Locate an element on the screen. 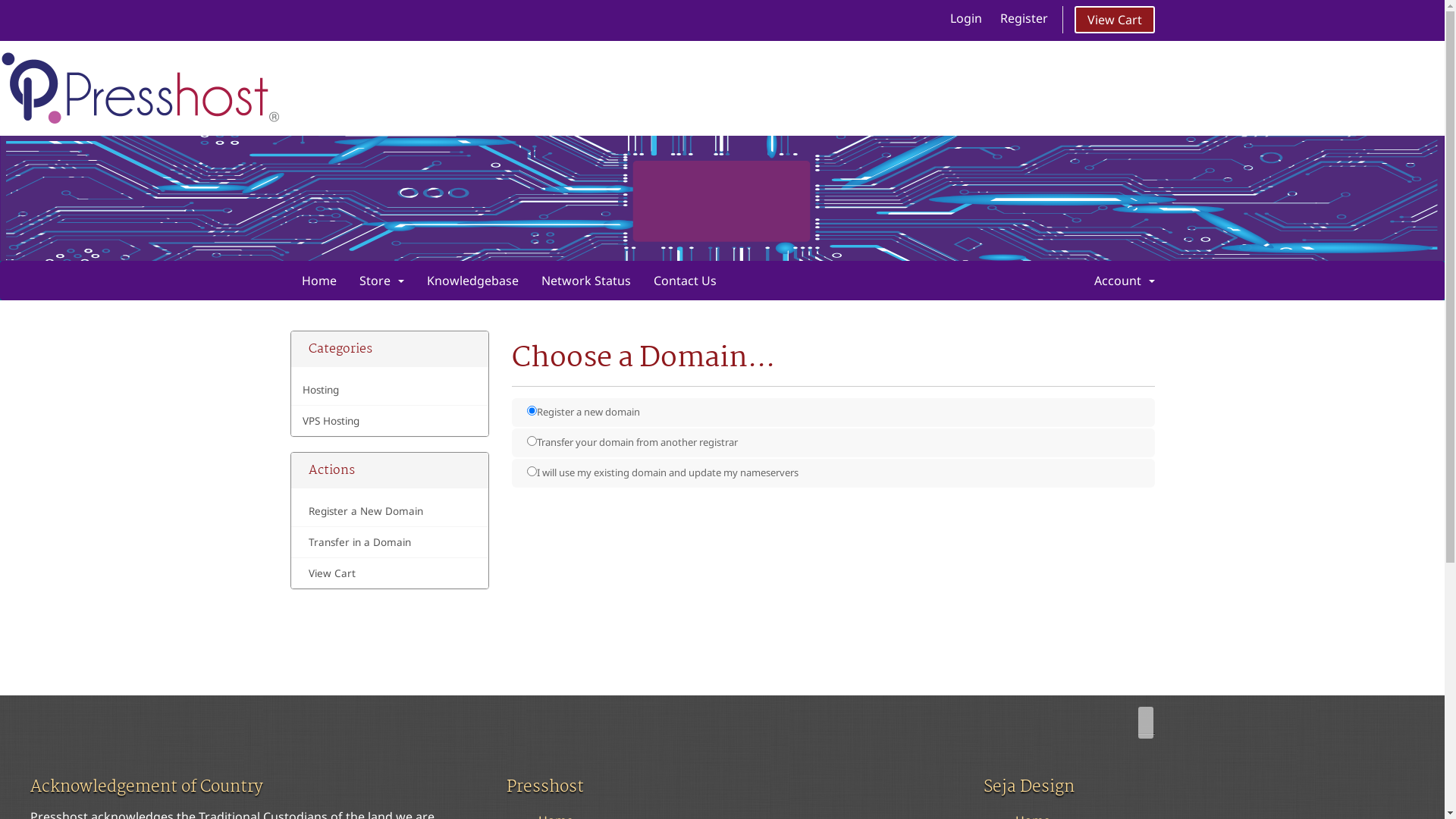 Image resolution: width=1456 pixels, height=819 pixels. 'VPS Hosting' is located at coordinates (390, 421).